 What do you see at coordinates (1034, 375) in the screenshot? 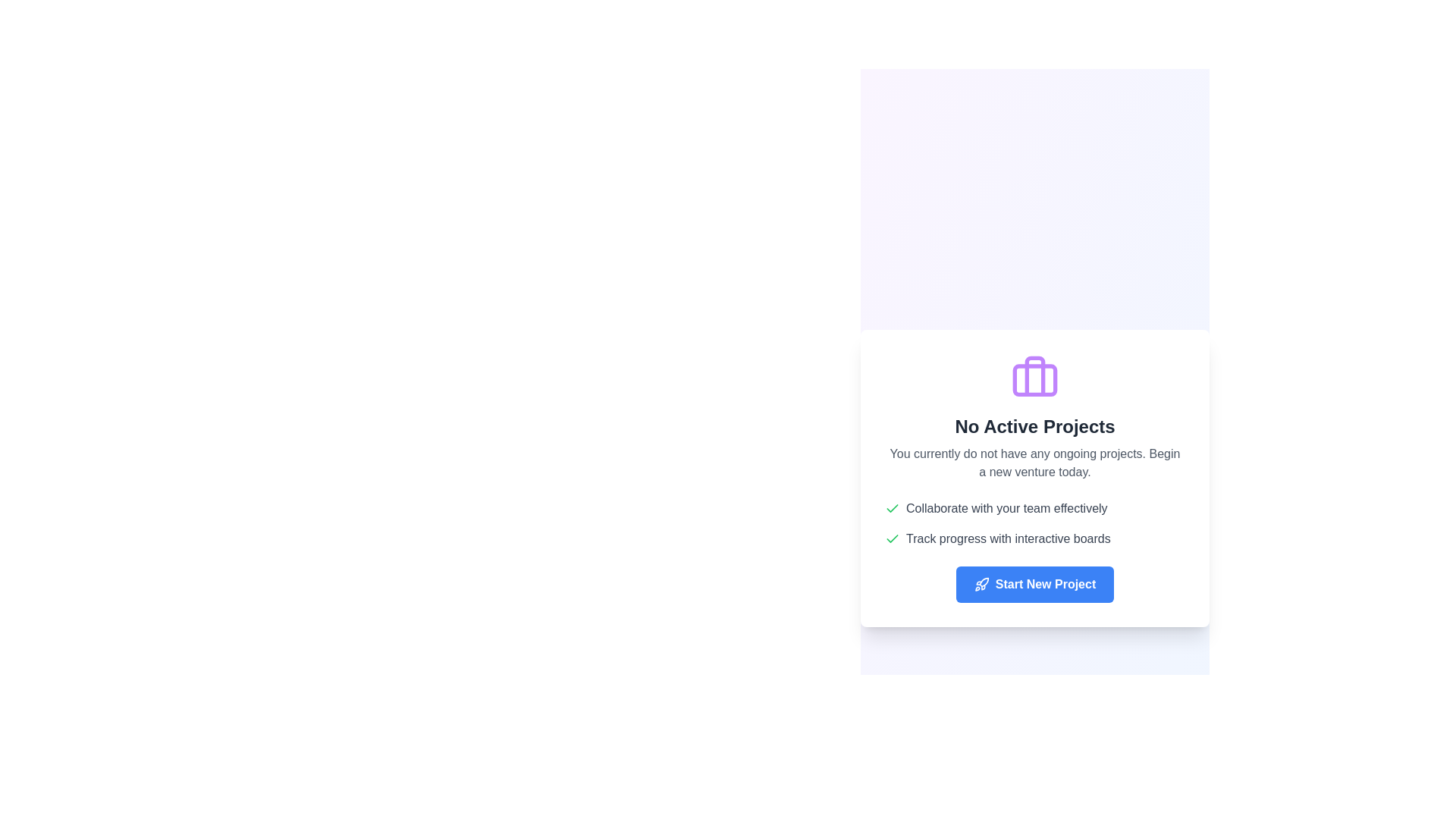
I see `the decorative Icon component within the purple briefcase icon located above the header 'No Active Projects'` at bounding box center [1034, 375].